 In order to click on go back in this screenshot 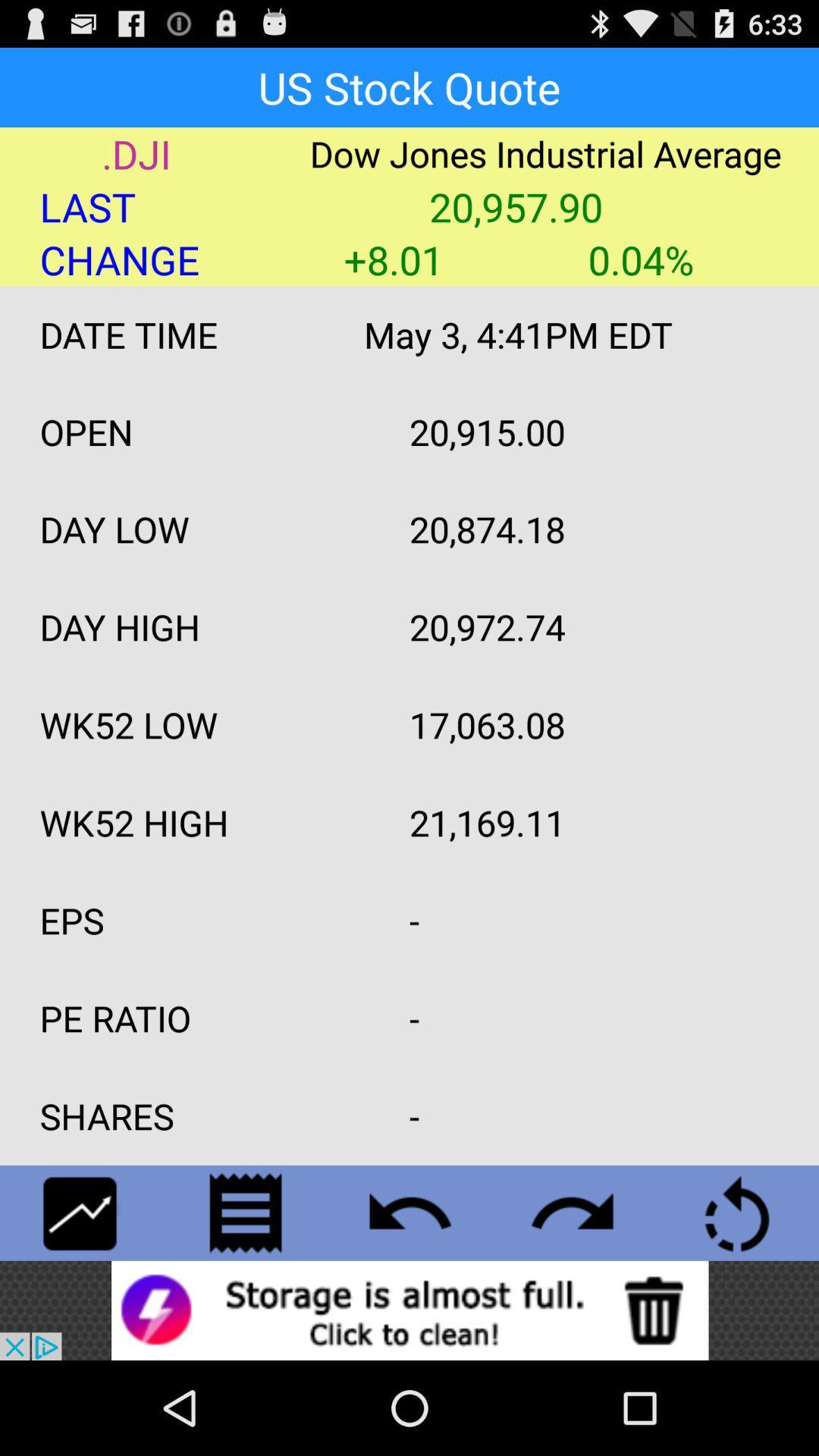, I will do `click(409, 1212)`.